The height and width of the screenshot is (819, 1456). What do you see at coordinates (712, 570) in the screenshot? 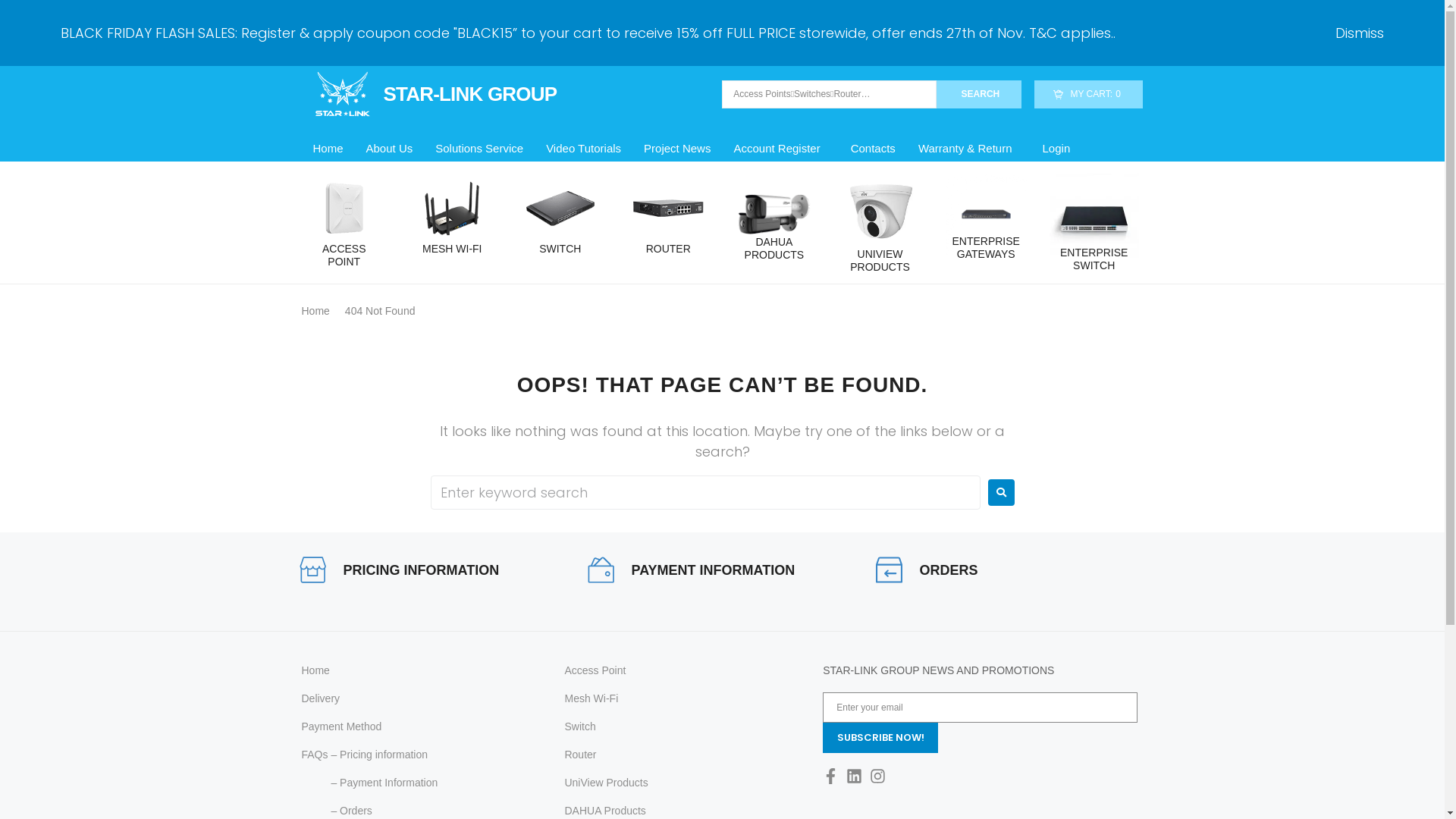
I see `'PAYMENT INFORMATION'` at bounding box center [712, 570].